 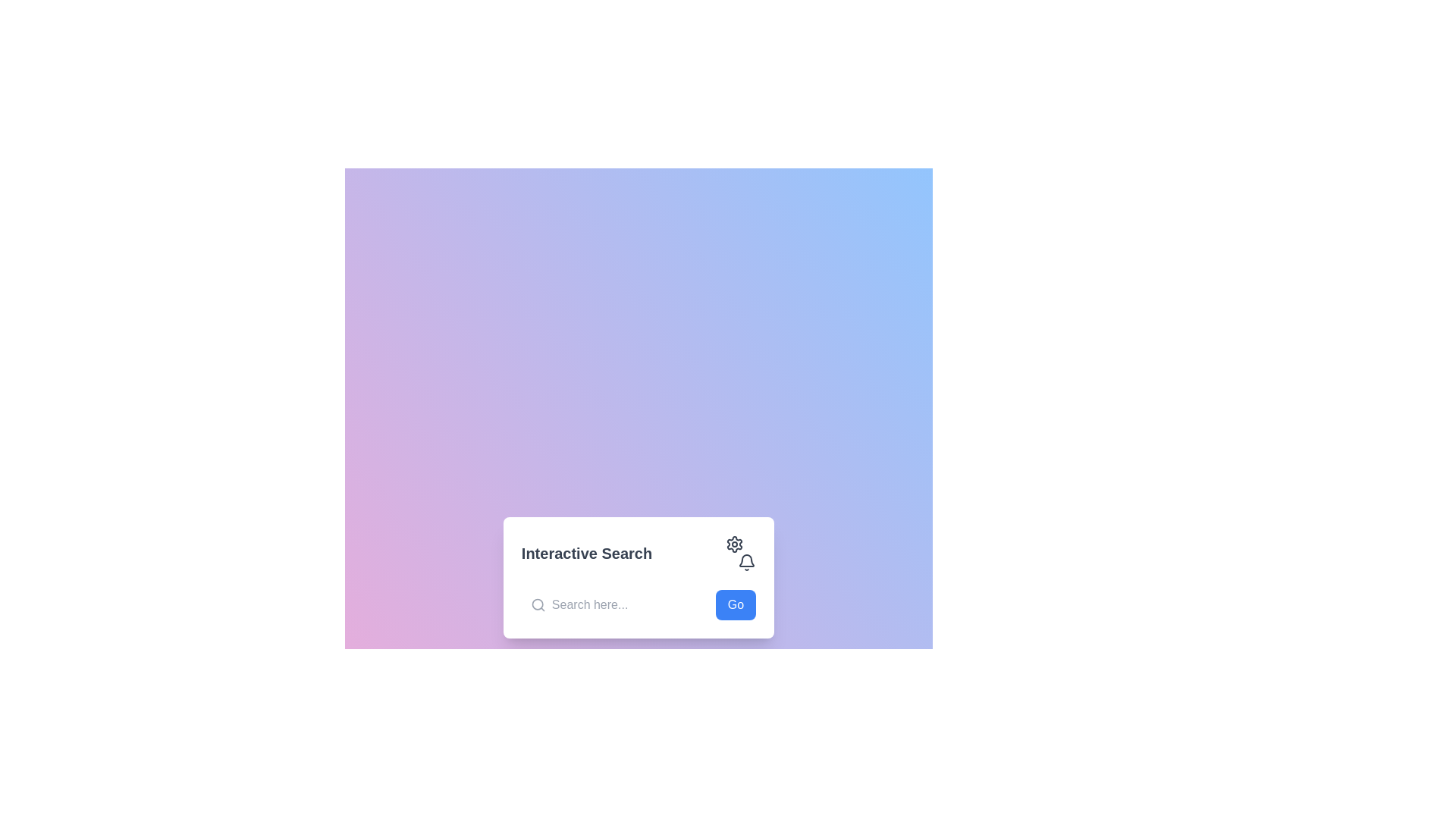 I want to click on the bell icon located in the top-right area of the interactive search panel, so click(x=747, y=563).